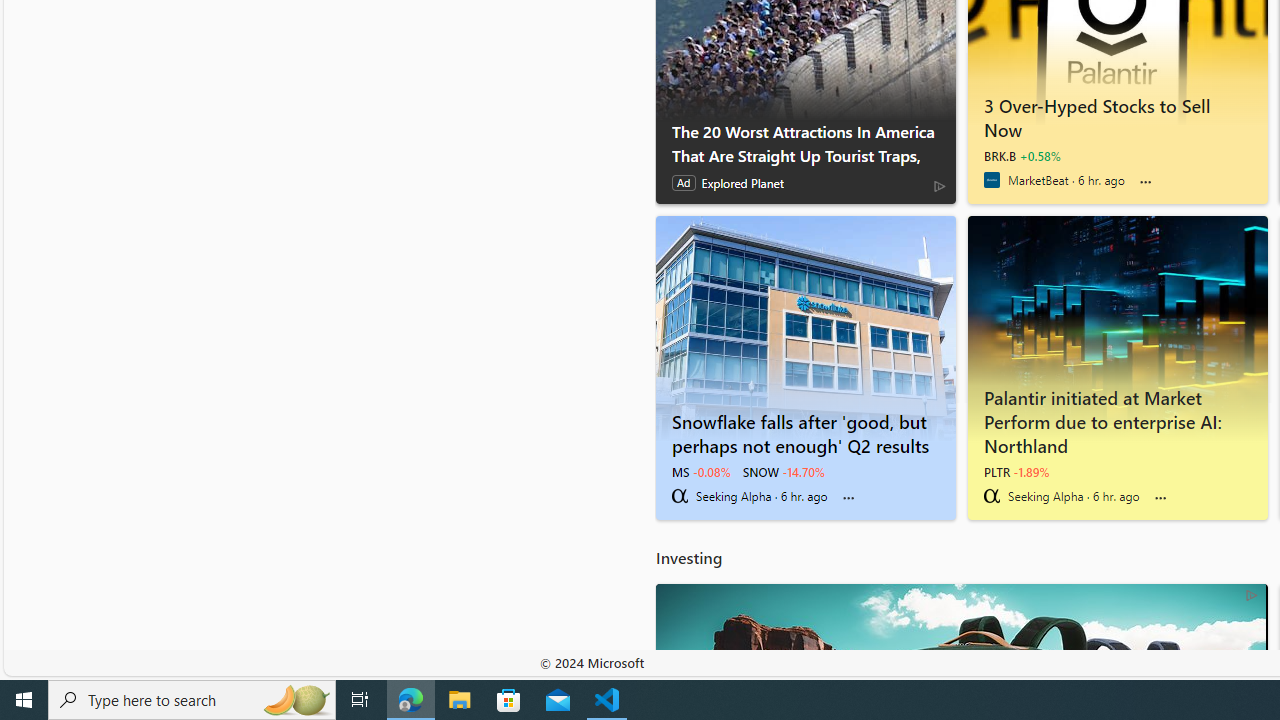  What do you see at coordinates (991, 180) in the screenshot?
I see `'MarketBeat'` at bounding box center [991, 180].